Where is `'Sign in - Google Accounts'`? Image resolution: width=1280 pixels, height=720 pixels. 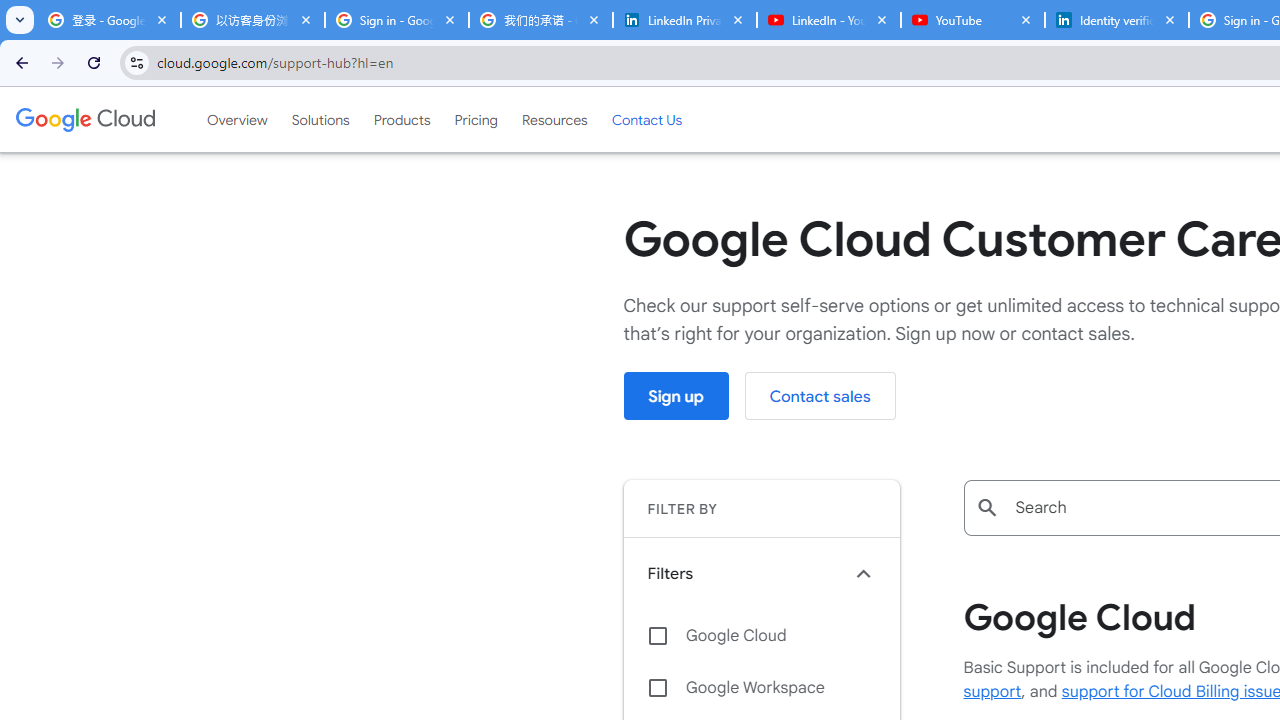 'Sign in - Google Accounts' is located at coordinates (396, 20).